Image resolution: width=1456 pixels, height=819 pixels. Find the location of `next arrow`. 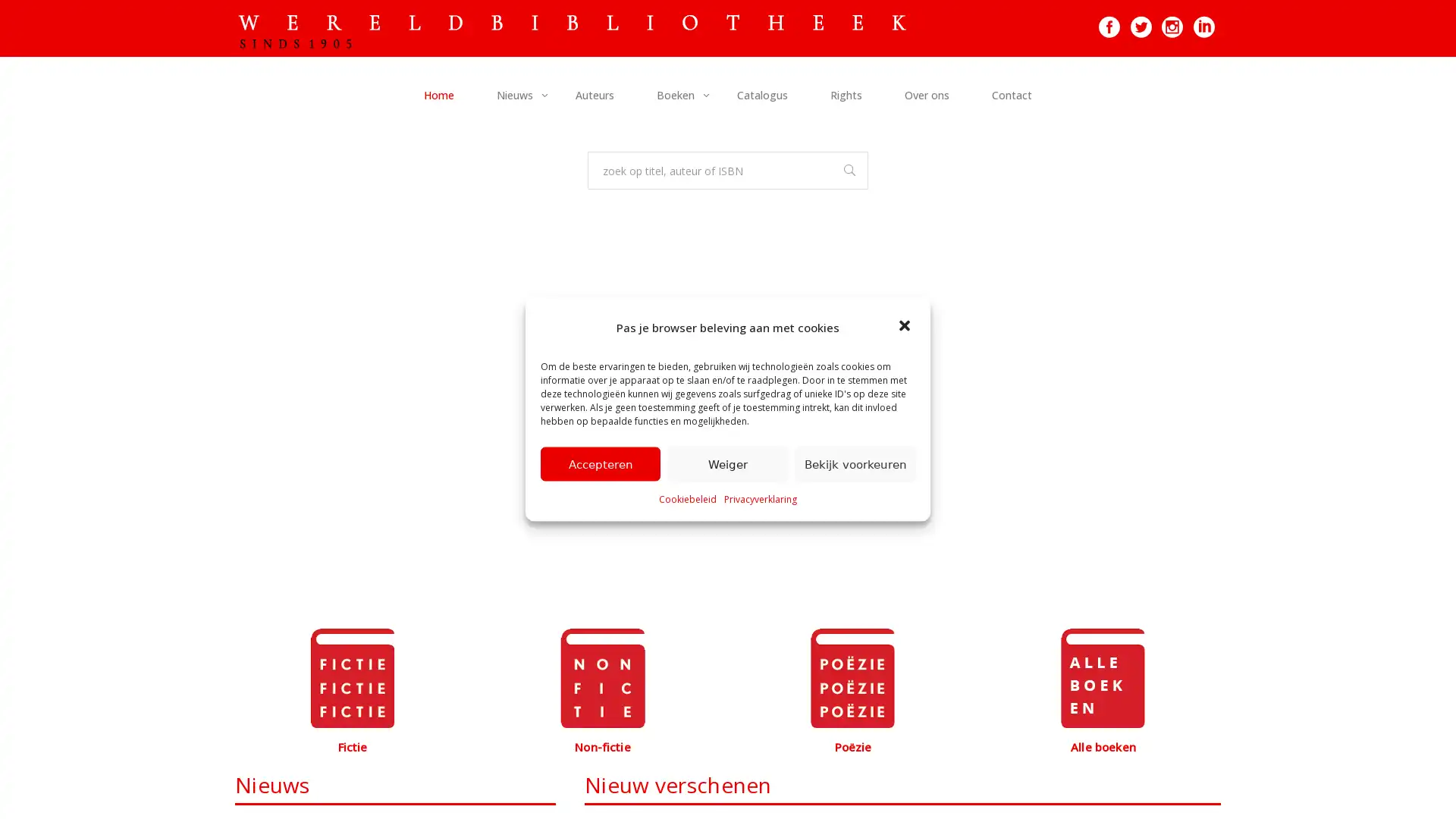

next arrow is located at coordinates (1197, 411).